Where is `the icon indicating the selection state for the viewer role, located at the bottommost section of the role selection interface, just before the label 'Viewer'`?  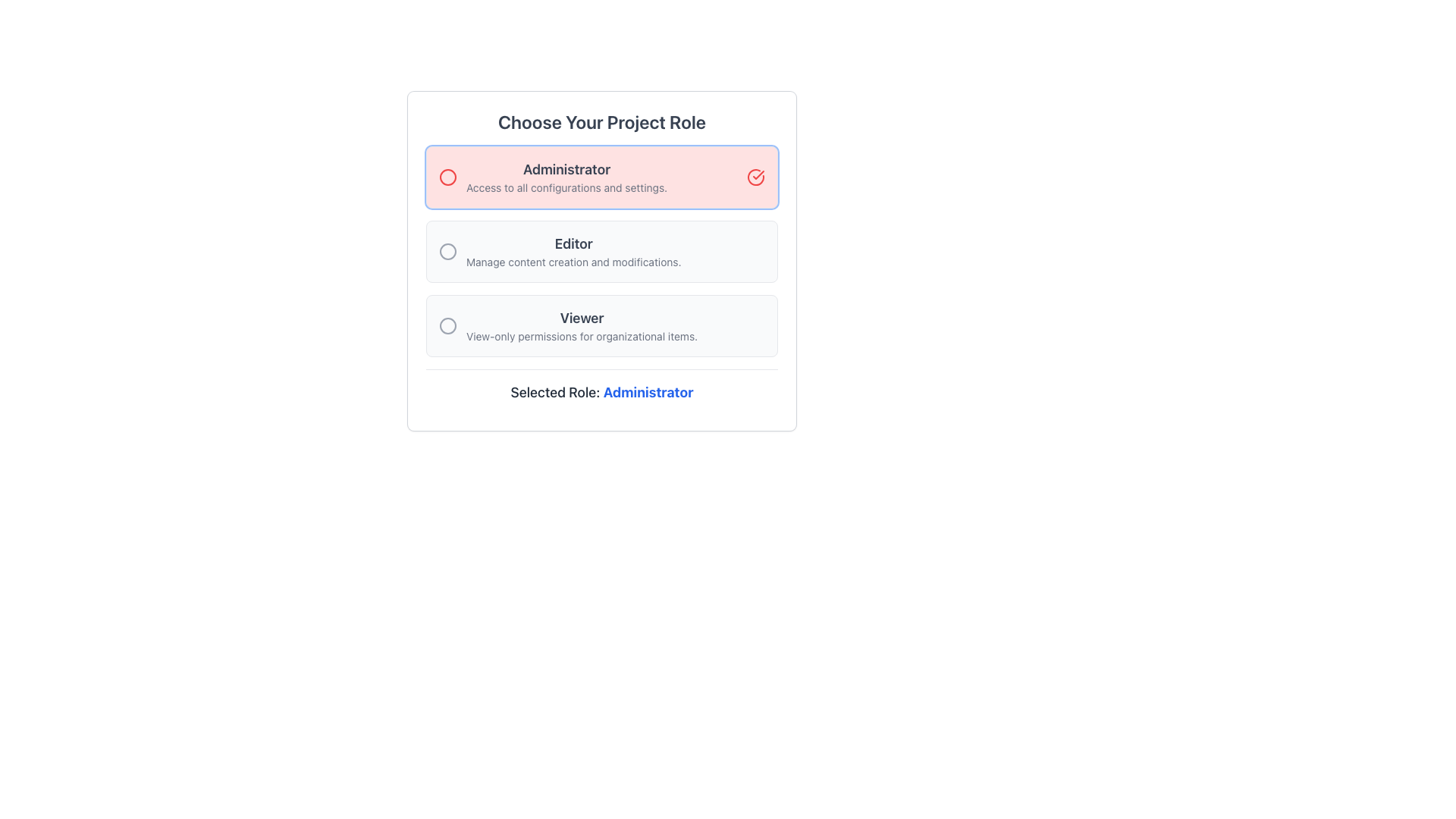 the icon indicating the selection state for the viewer role, located at the bottommost section of the role selection interface, just before the label 'Viewer' is located at coordinates (447, 325).